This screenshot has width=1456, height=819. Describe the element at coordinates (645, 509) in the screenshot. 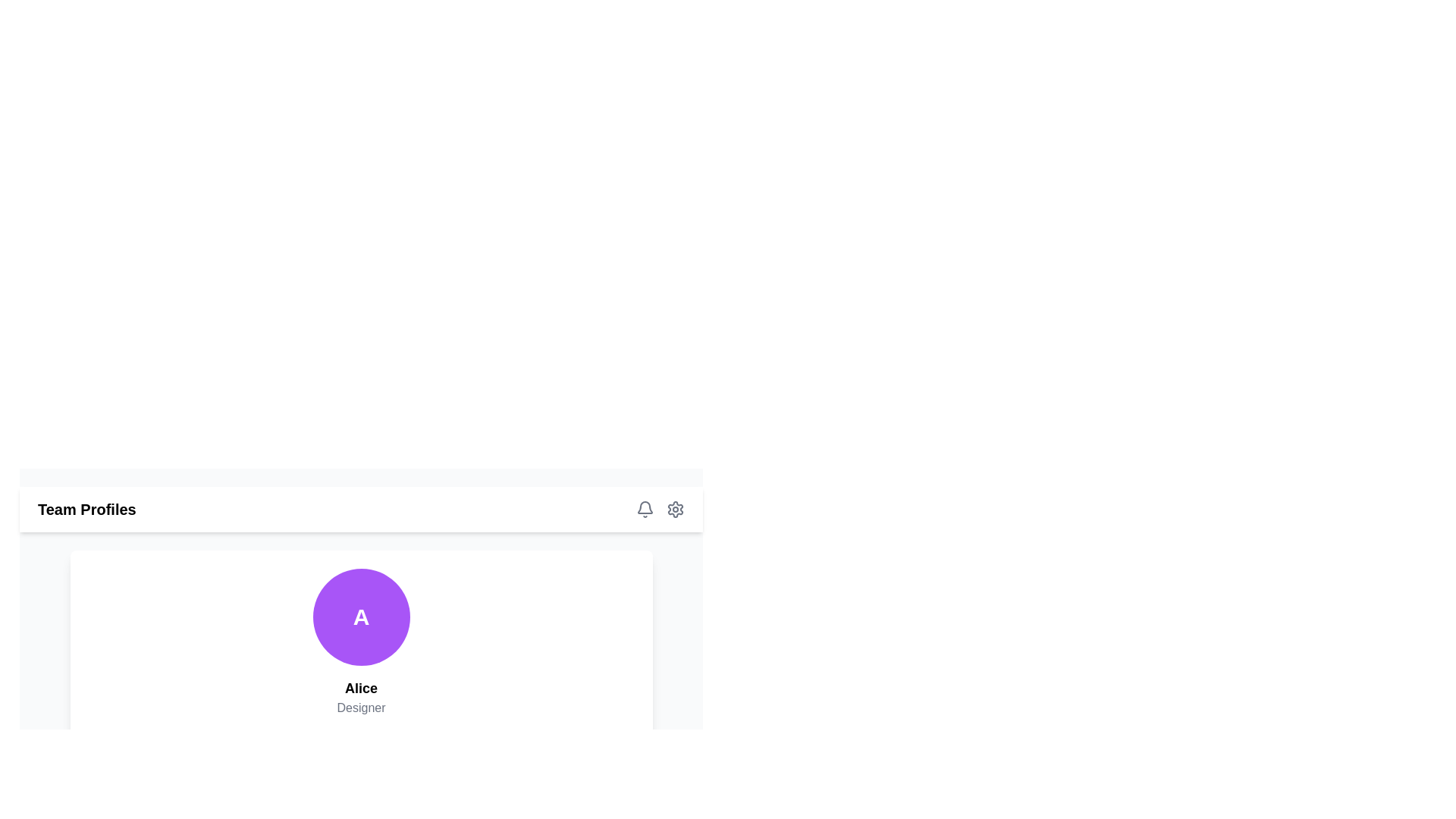

I see `the notifications icon located at the top-right corner of the user interface` at that location.